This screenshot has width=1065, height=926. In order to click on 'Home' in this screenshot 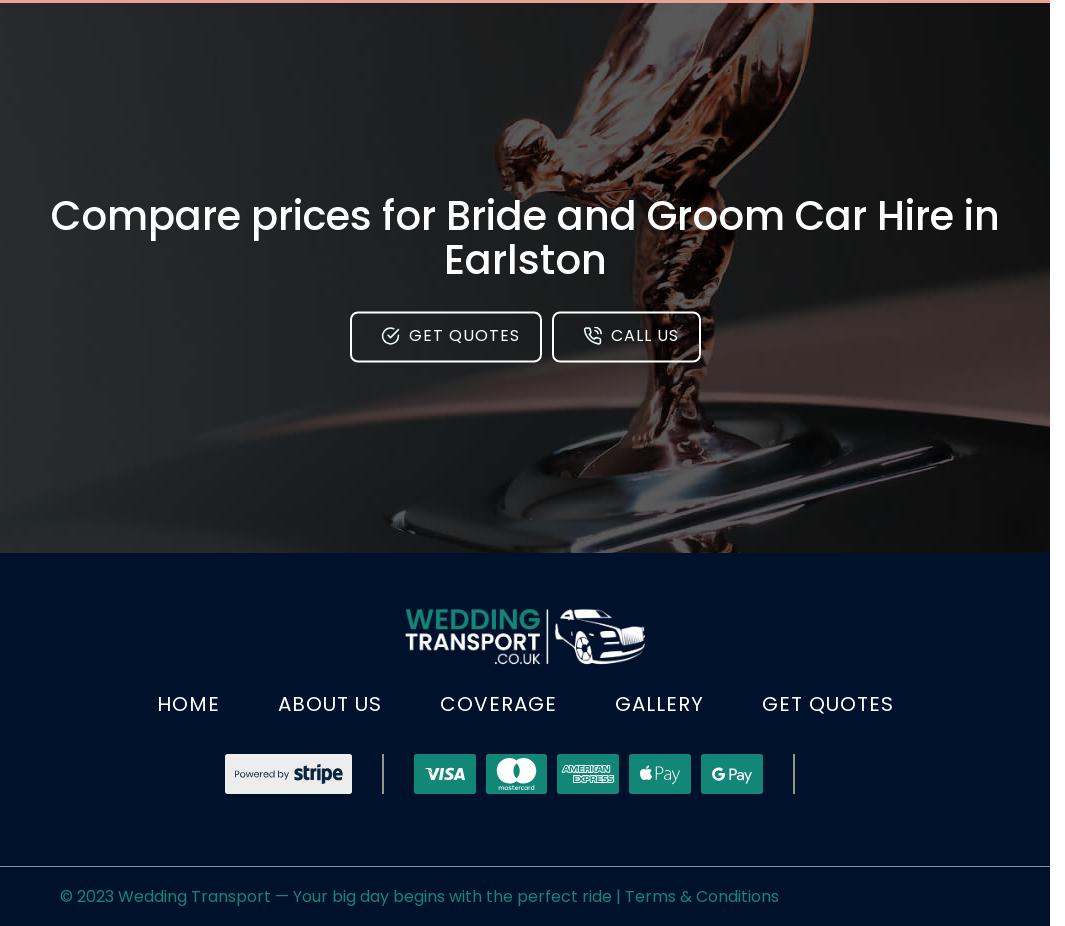, I will do `click(186, 703)`.